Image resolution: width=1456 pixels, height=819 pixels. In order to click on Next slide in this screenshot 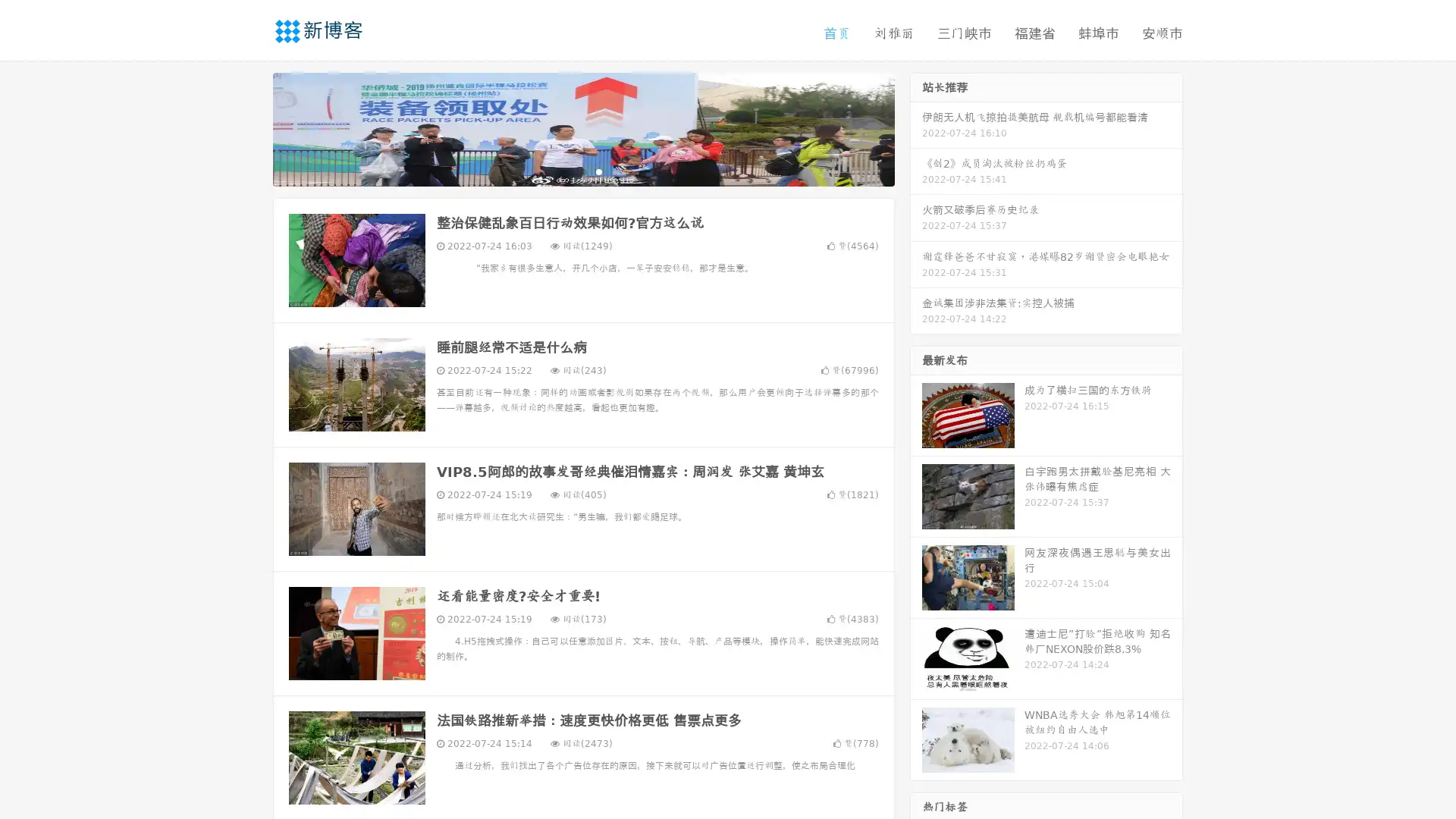, I will do `click(916, 127)`.